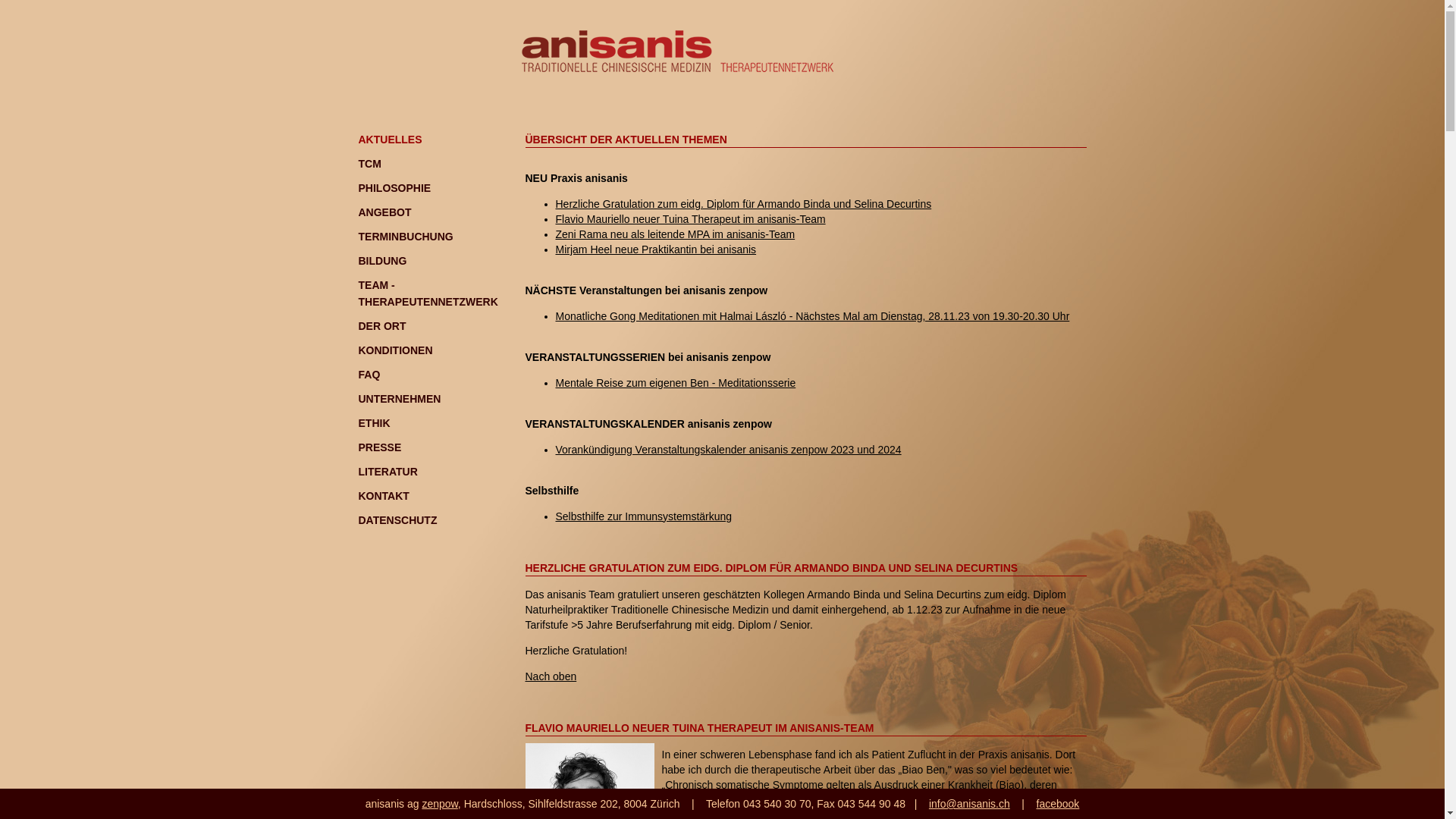 The width and height of the screenshot is (1456, 819). What do you see at coordinates (369, 374) in the screenshot?
I see `'FAQ'` at bounding box center [369, 374].